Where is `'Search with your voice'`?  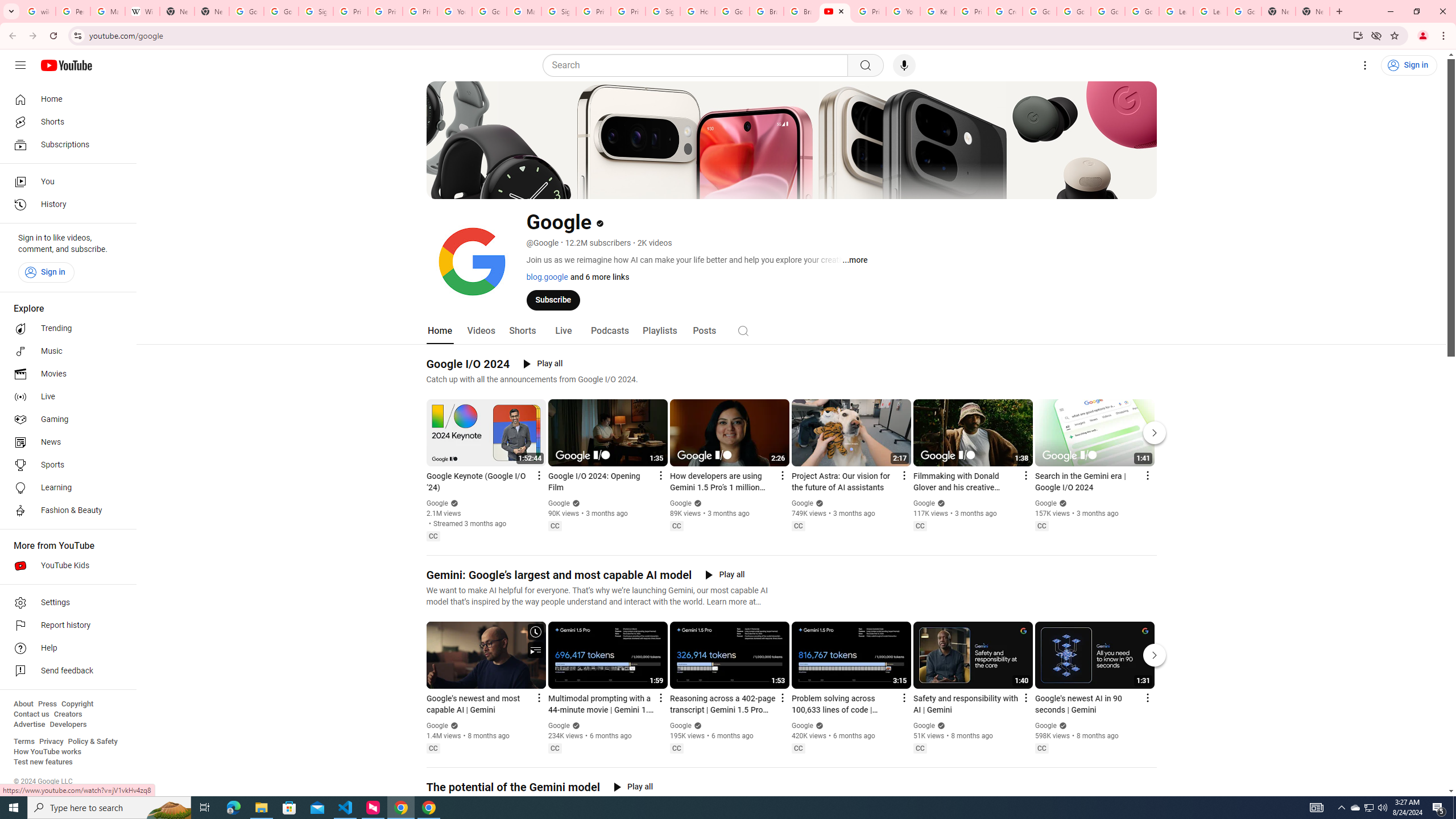 'Search with your voice' is located at coordinates (904, 65).